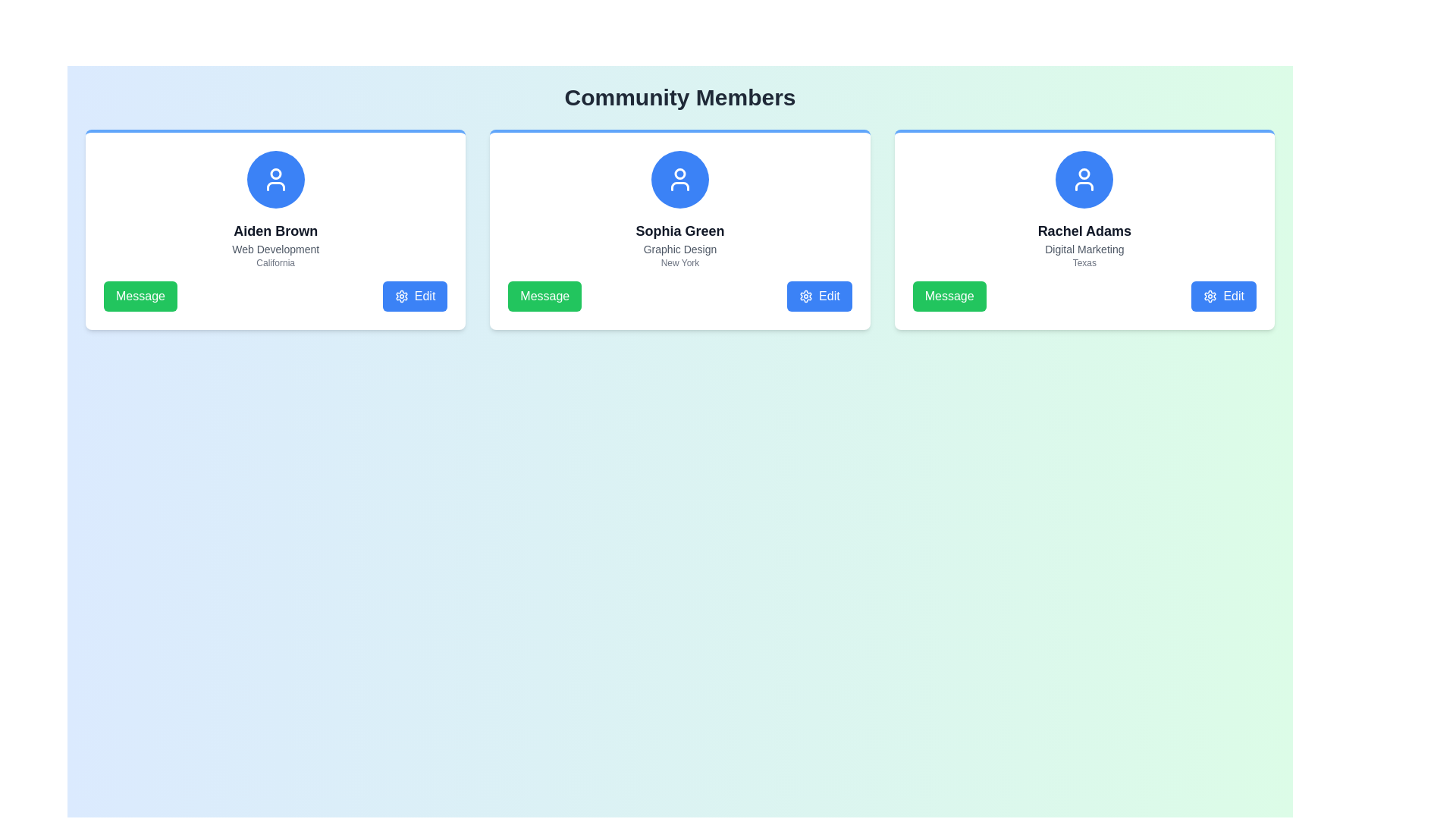 The height and width of the screenshot is (819, 1456). I want to click on the profile icon representing 'Rachel Adams' at the top-center of her card, located above her name and title, so click(1084, 178).